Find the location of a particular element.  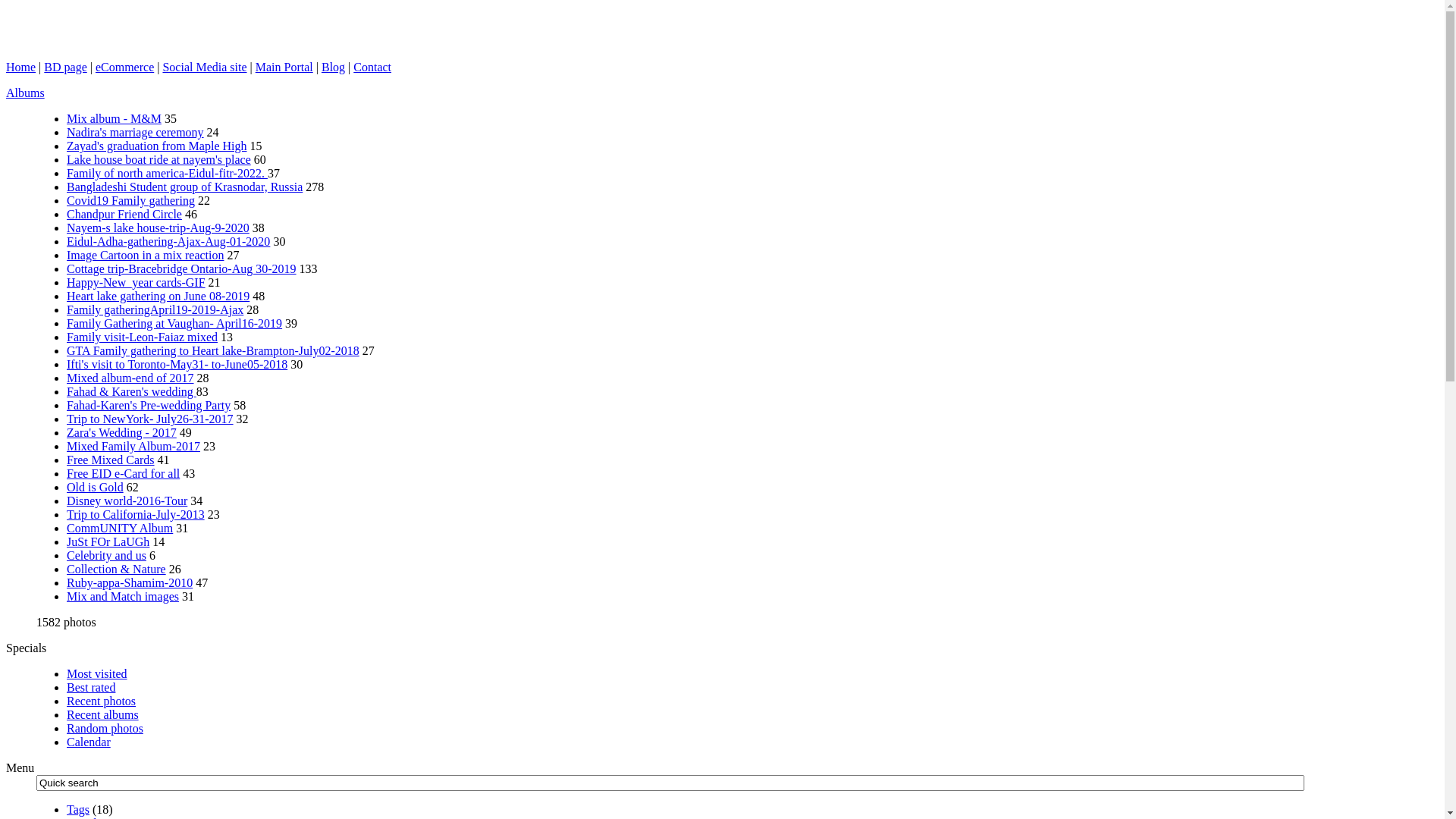

'Family gatheringApril19-2019-Ajax' is located at coordinates (155, 309).